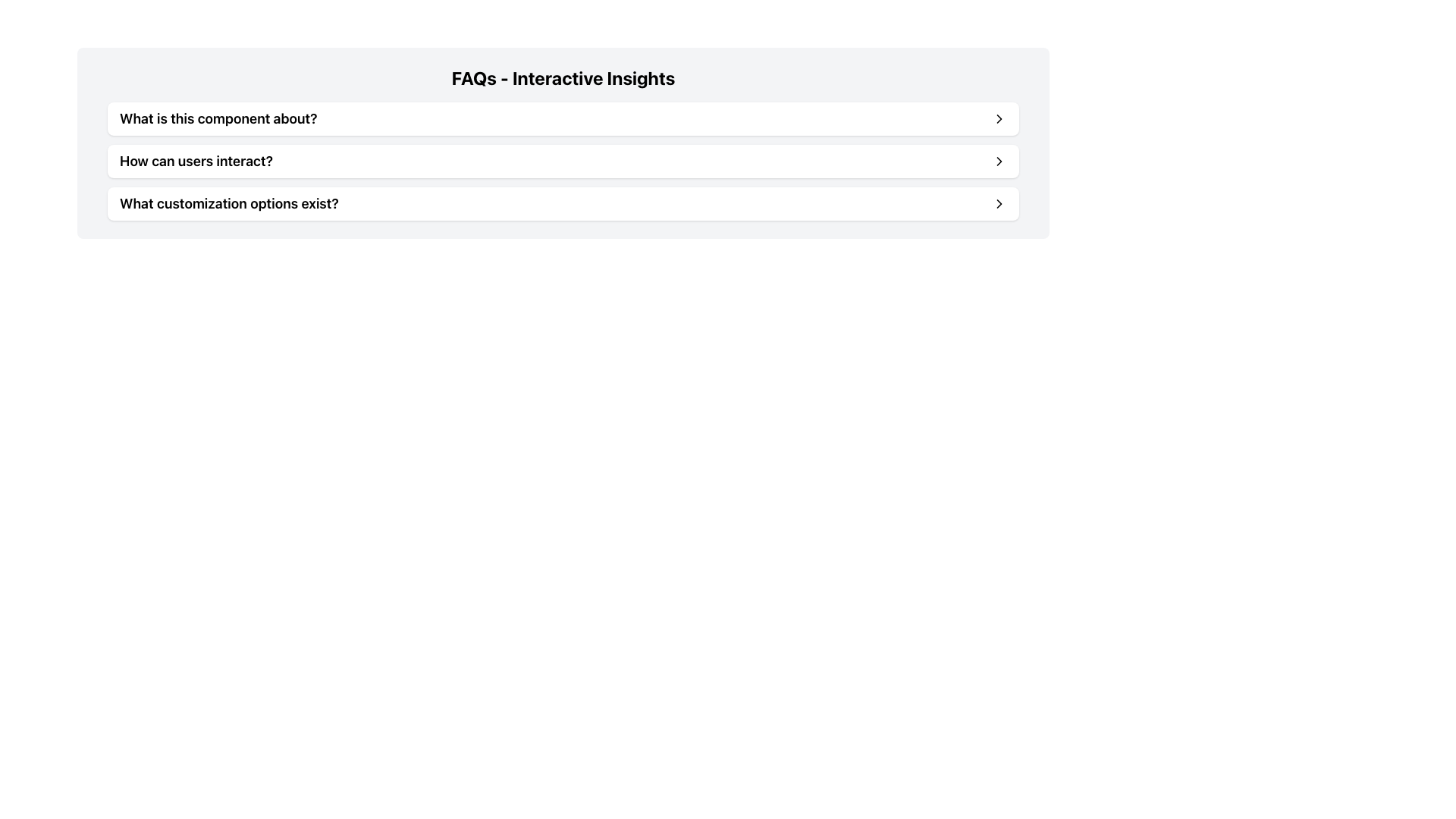 Image resolution: width=1456 pixels, height=819 pixels. I want to click on the right-pointing chevron icon located on the right side of the button labeled 'What is this component about?' for navigation or interaction, so click(999, 118).